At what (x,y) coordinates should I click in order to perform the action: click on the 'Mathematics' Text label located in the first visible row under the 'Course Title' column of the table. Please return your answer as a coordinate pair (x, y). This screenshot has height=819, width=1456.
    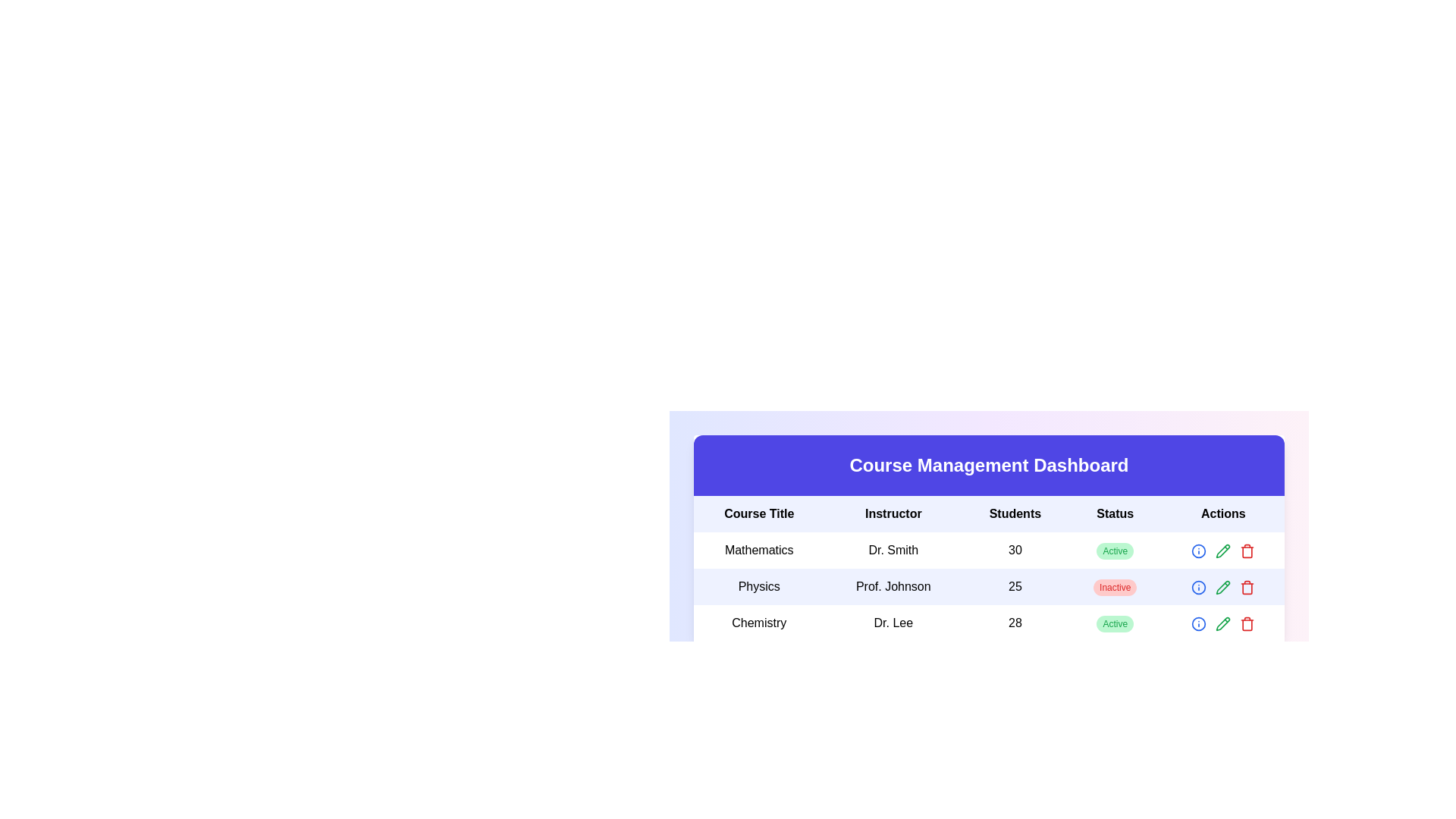
    Looking at the image, I should click on (759, 550).